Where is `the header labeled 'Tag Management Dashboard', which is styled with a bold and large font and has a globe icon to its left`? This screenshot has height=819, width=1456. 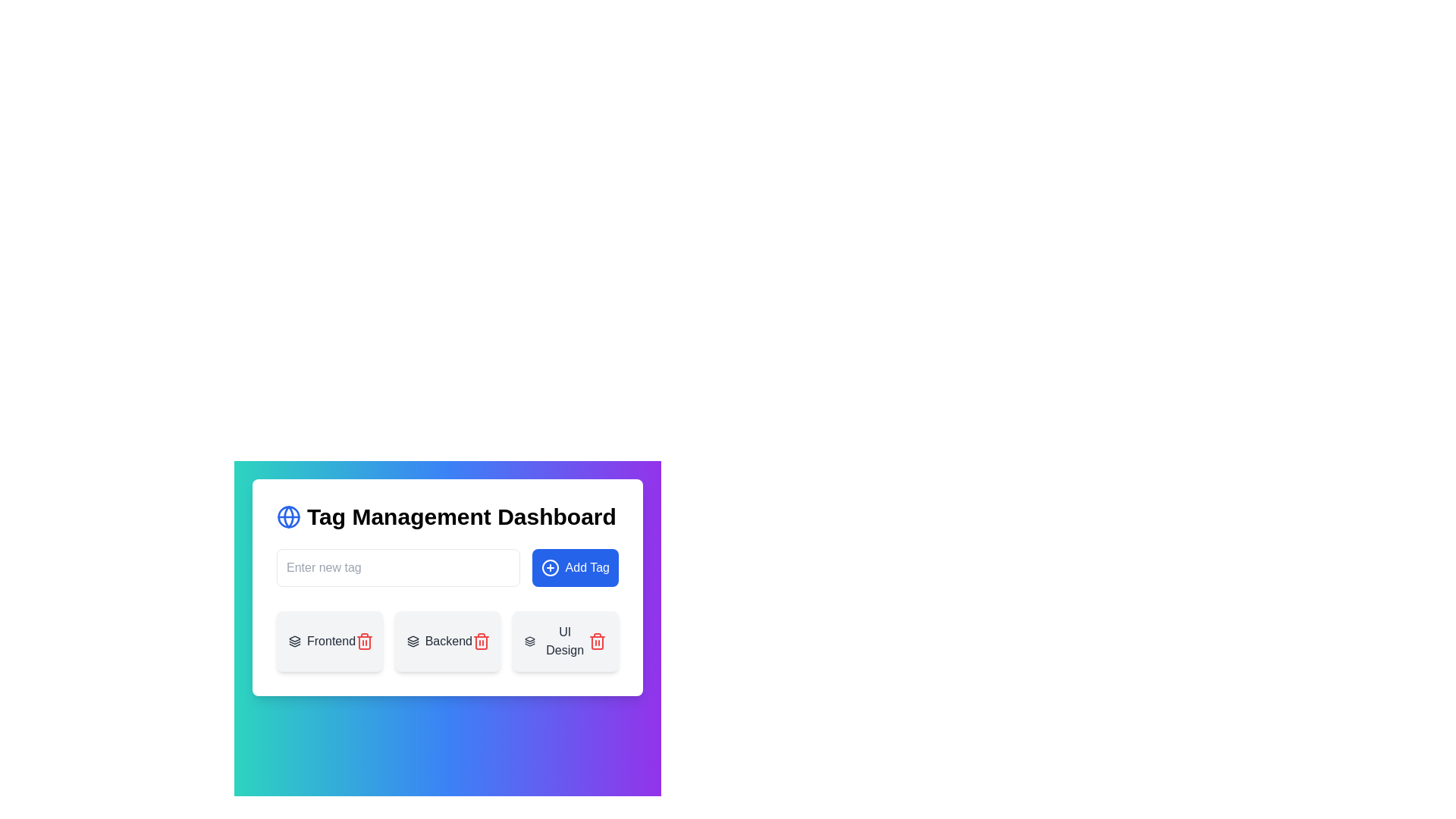 the header labeled 'Tag Management Dashboard', which is styled with a bold and large font and has a globe icon to its left is located at coordinates (447, 516).